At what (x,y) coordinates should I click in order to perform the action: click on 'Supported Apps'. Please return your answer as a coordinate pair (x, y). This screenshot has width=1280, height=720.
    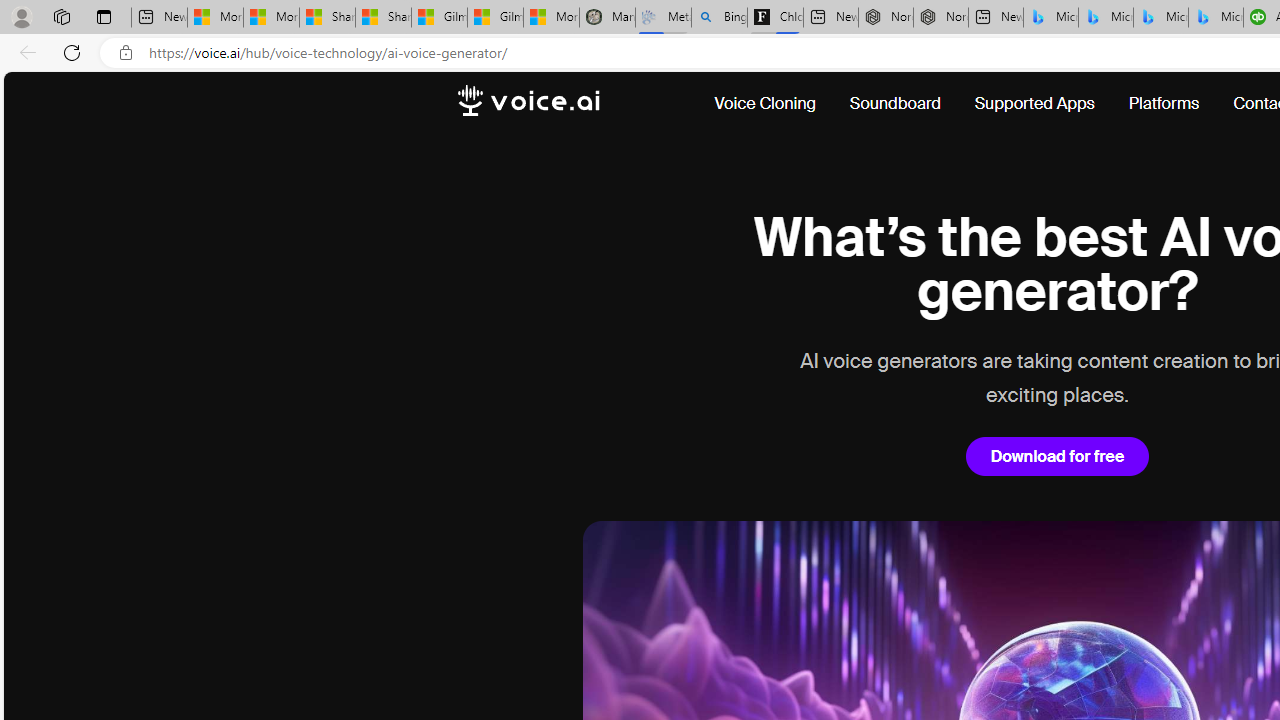
    Looking at the image, I should click on (1034, 104).